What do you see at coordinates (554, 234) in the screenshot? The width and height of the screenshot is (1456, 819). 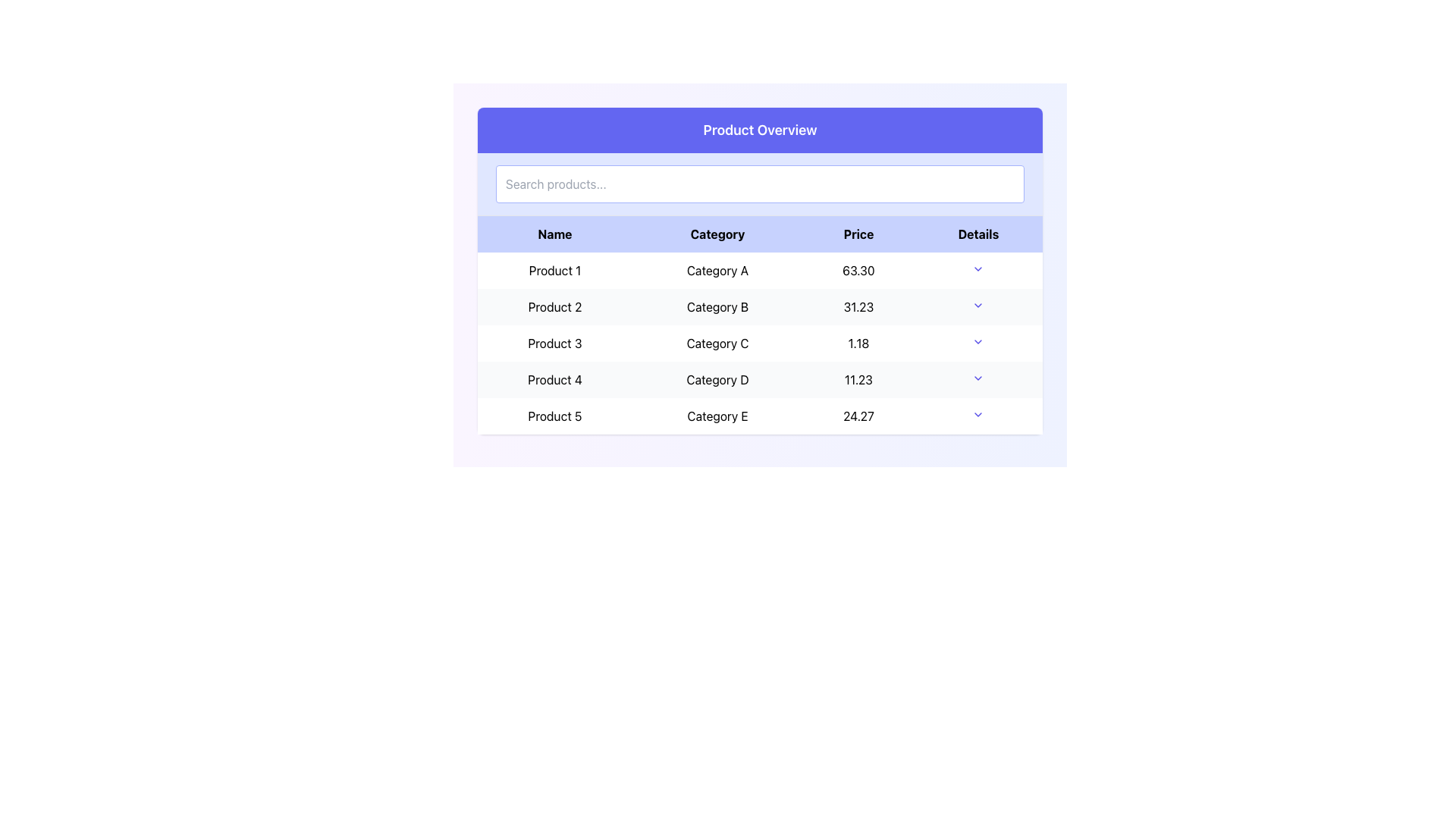 I see `the first header element that identifies the associated column in a product listing table` at bounding box center [554, 234].